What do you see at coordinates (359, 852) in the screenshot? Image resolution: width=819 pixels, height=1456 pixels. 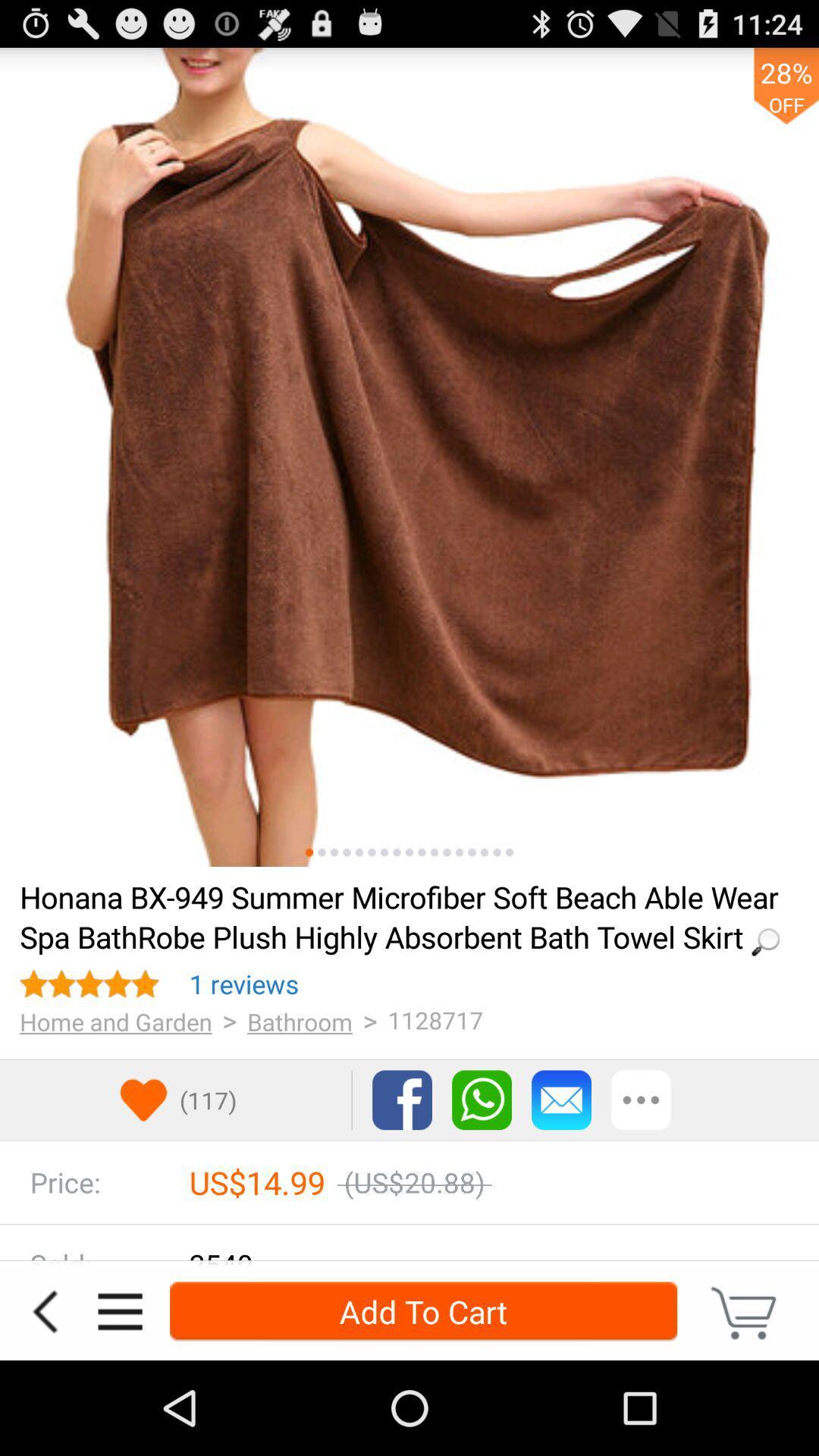 I see `see image` at bounding box center [359, 852].